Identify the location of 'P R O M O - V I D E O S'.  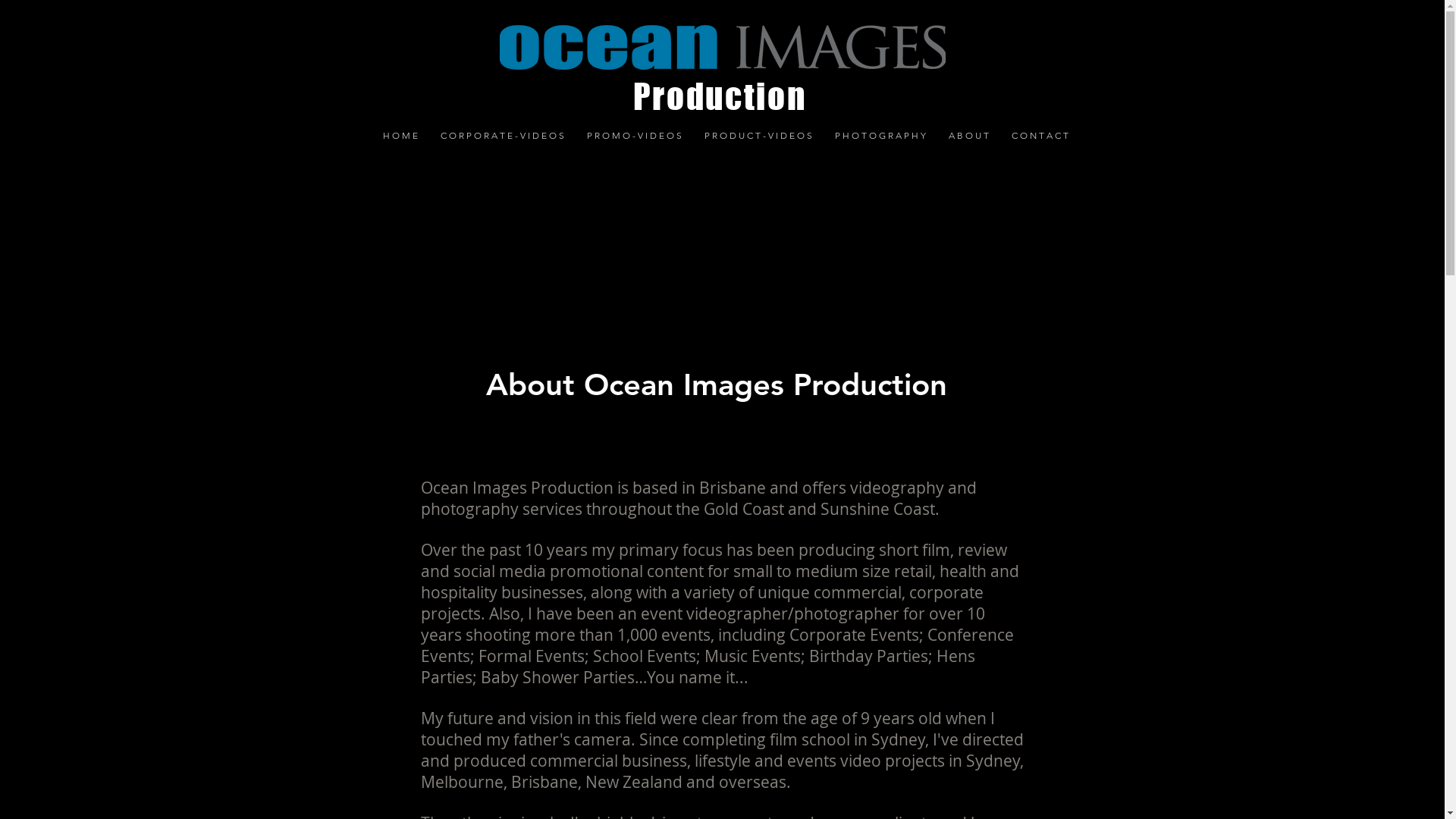
(633, 134).